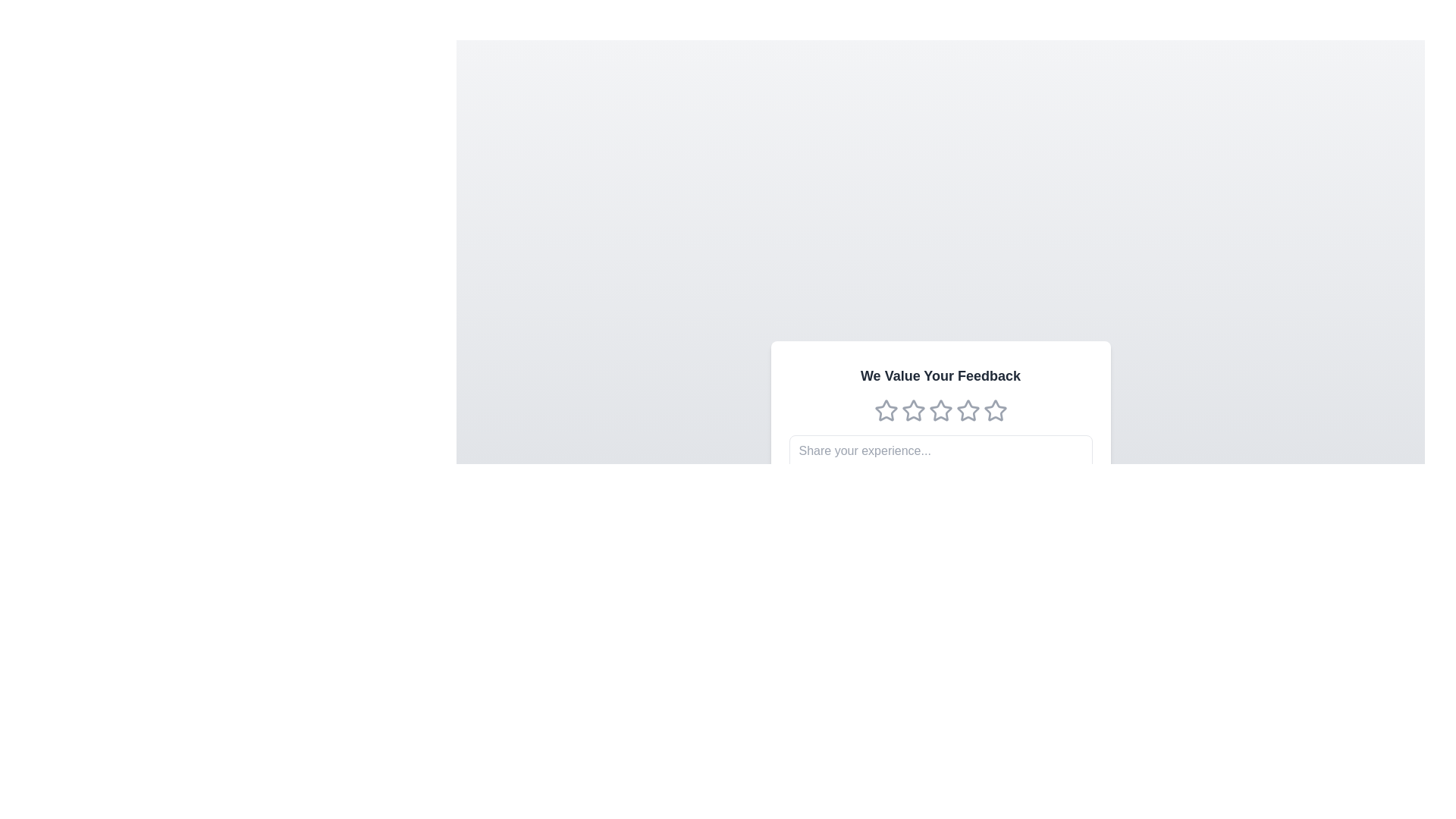  I want to click on the second star rating icon in the feedback system, so click(912, 410).